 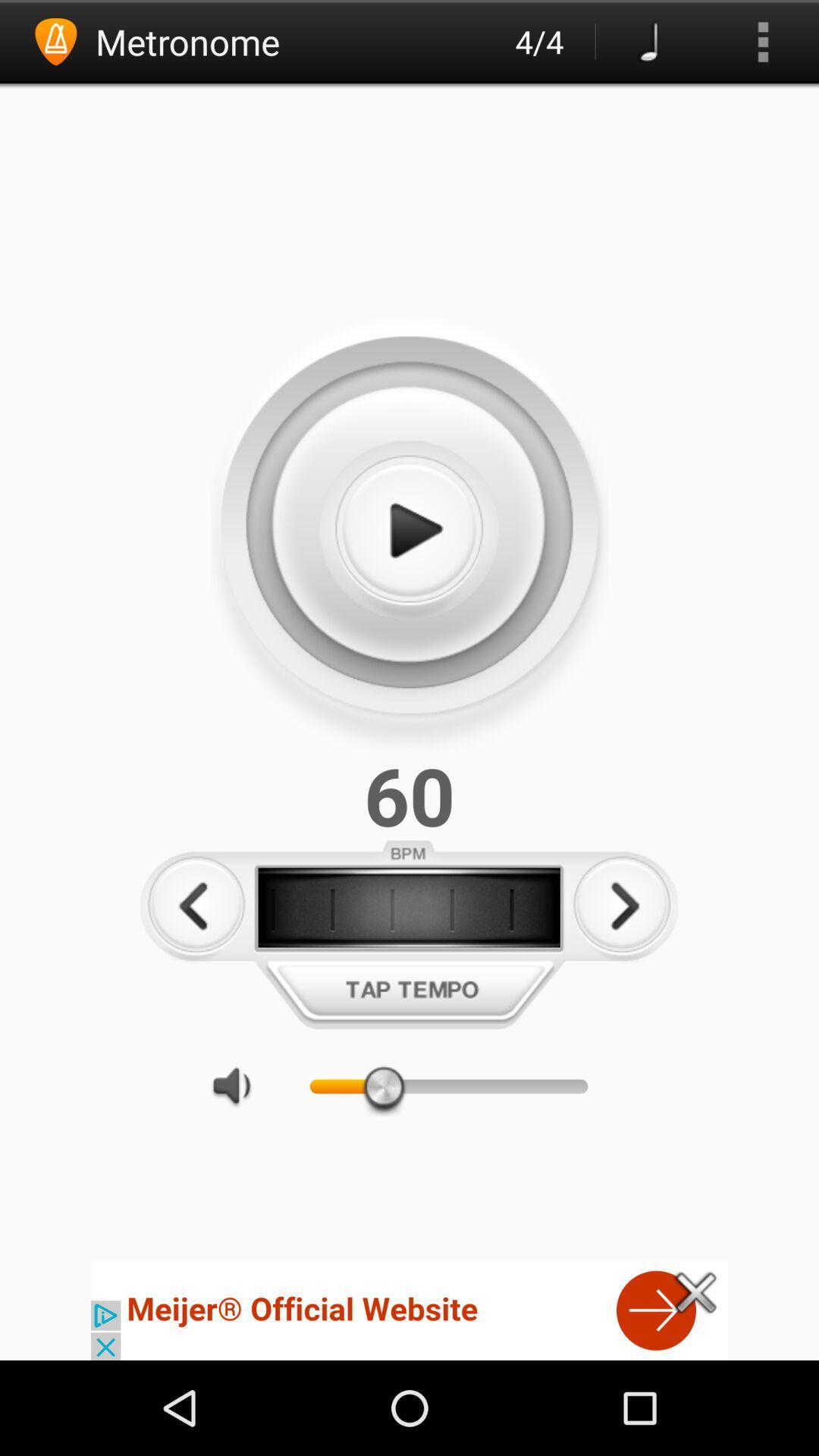 I want to click on mute volume, so click(x=239, y=1085).